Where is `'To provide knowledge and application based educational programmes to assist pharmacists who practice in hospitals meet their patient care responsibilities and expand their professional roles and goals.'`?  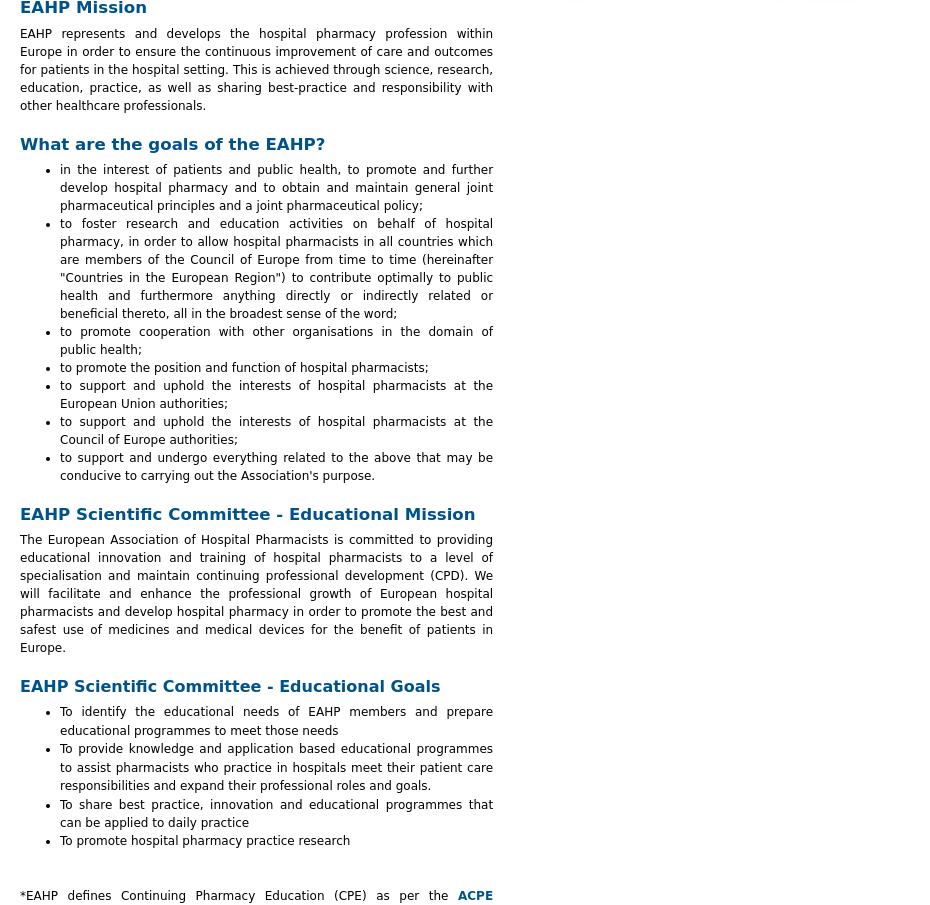 'To provide knowledge and application based educational programmes to assist pharmacists who practice in hospitals meet their patient care responsibilities and expand their professional roles and goals.' is located at coordinates (276, 767).